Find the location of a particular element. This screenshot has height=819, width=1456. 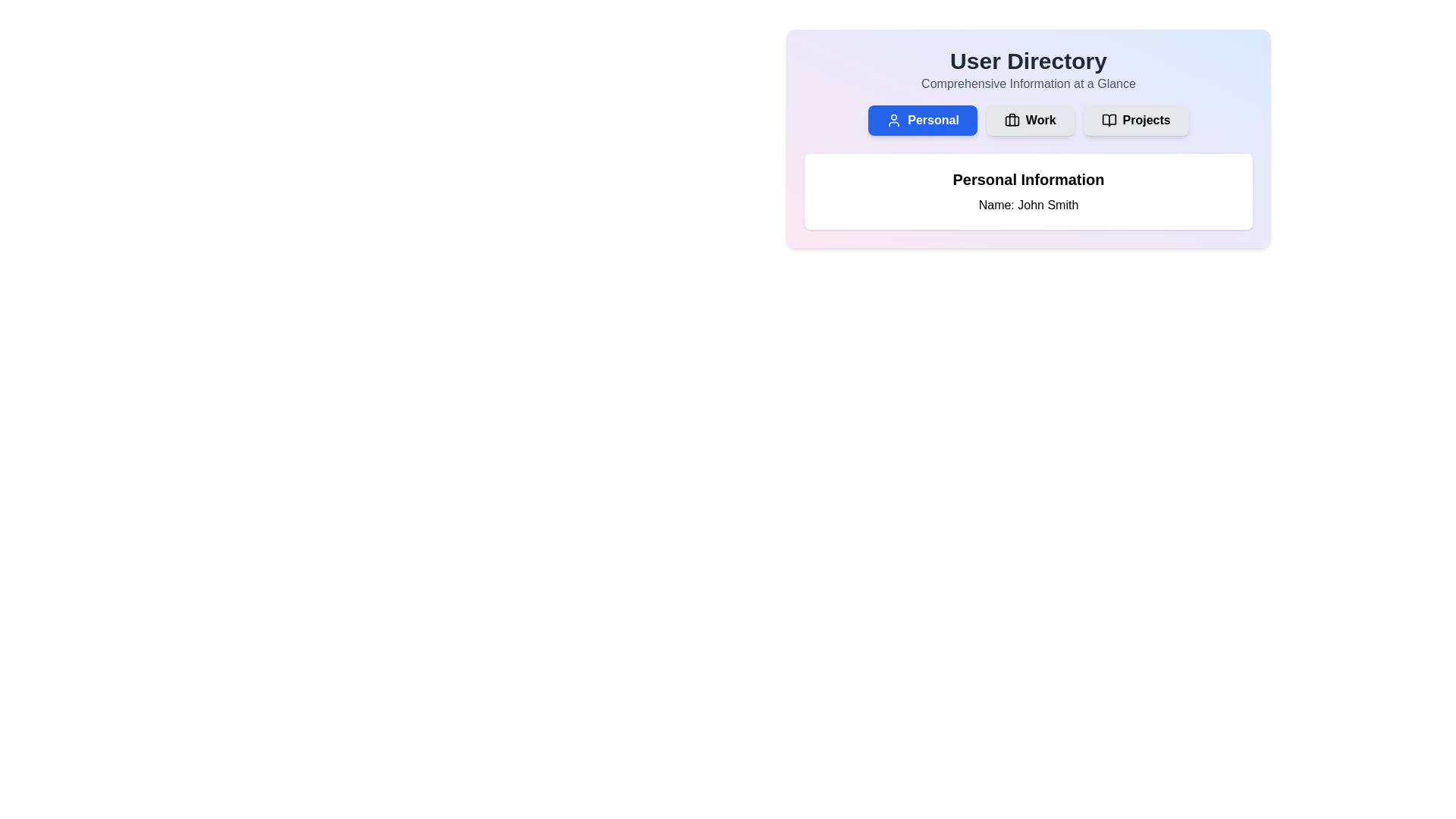

the 'Work' icon which visually represents the 'Work' functionality, located on the left side of the 'Work' button is located at coordinates (1012, 119).